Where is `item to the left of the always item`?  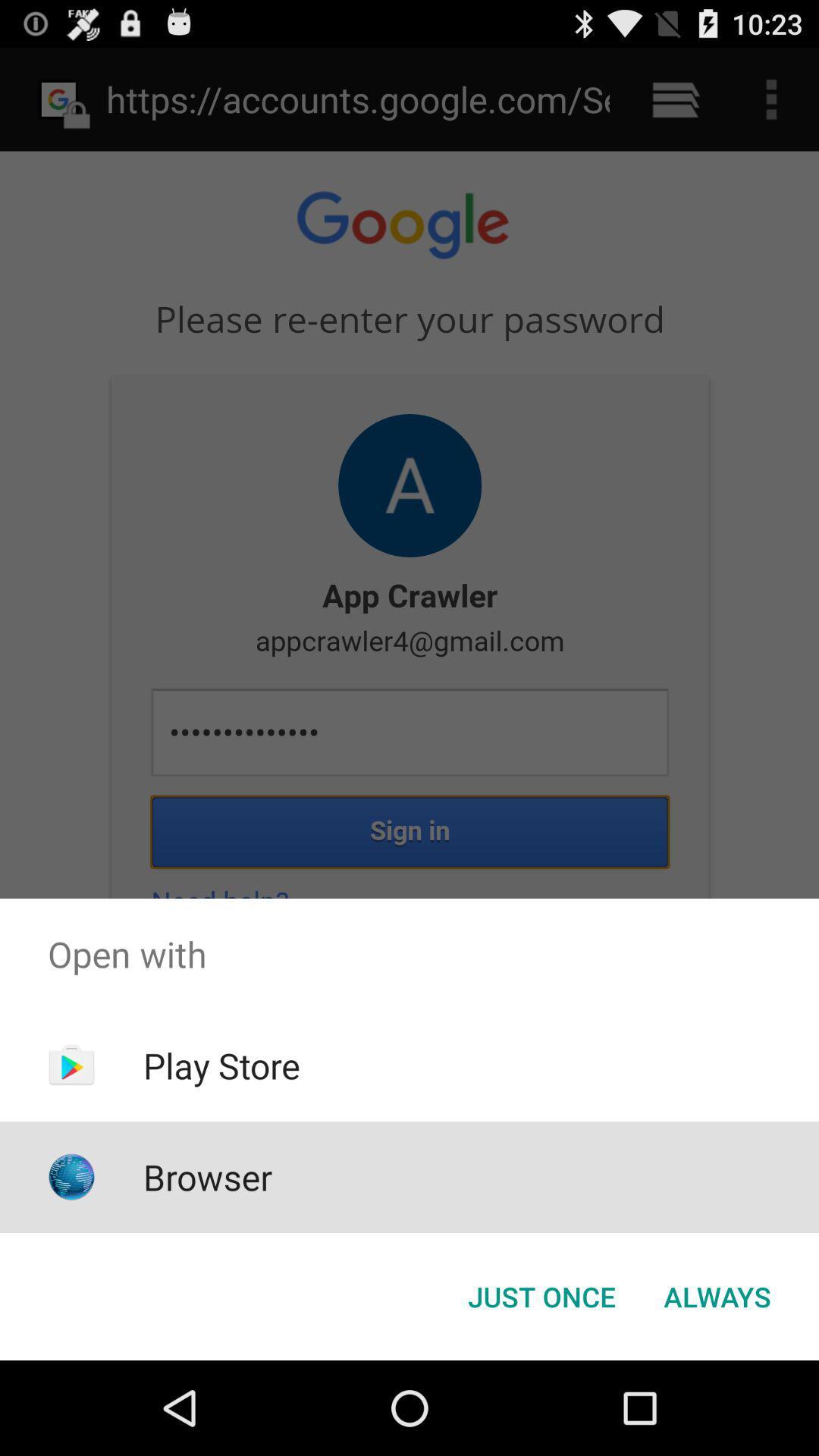 item to the left of the always item is located at coordinates (541, 1295).